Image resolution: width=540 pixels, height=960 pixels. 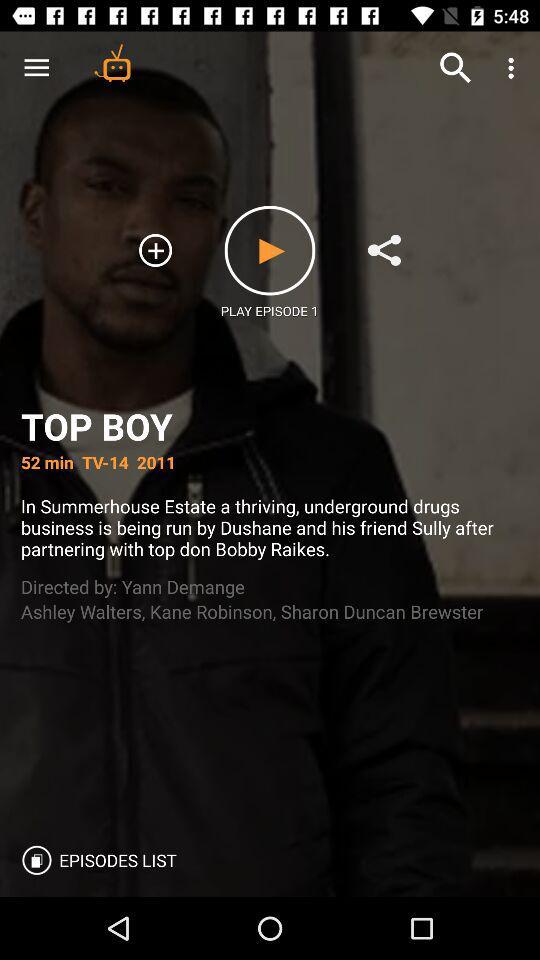 What do you see at coordinates (384, 249) in the screenshot?
I see `share video` at bounding box center [384, 249].